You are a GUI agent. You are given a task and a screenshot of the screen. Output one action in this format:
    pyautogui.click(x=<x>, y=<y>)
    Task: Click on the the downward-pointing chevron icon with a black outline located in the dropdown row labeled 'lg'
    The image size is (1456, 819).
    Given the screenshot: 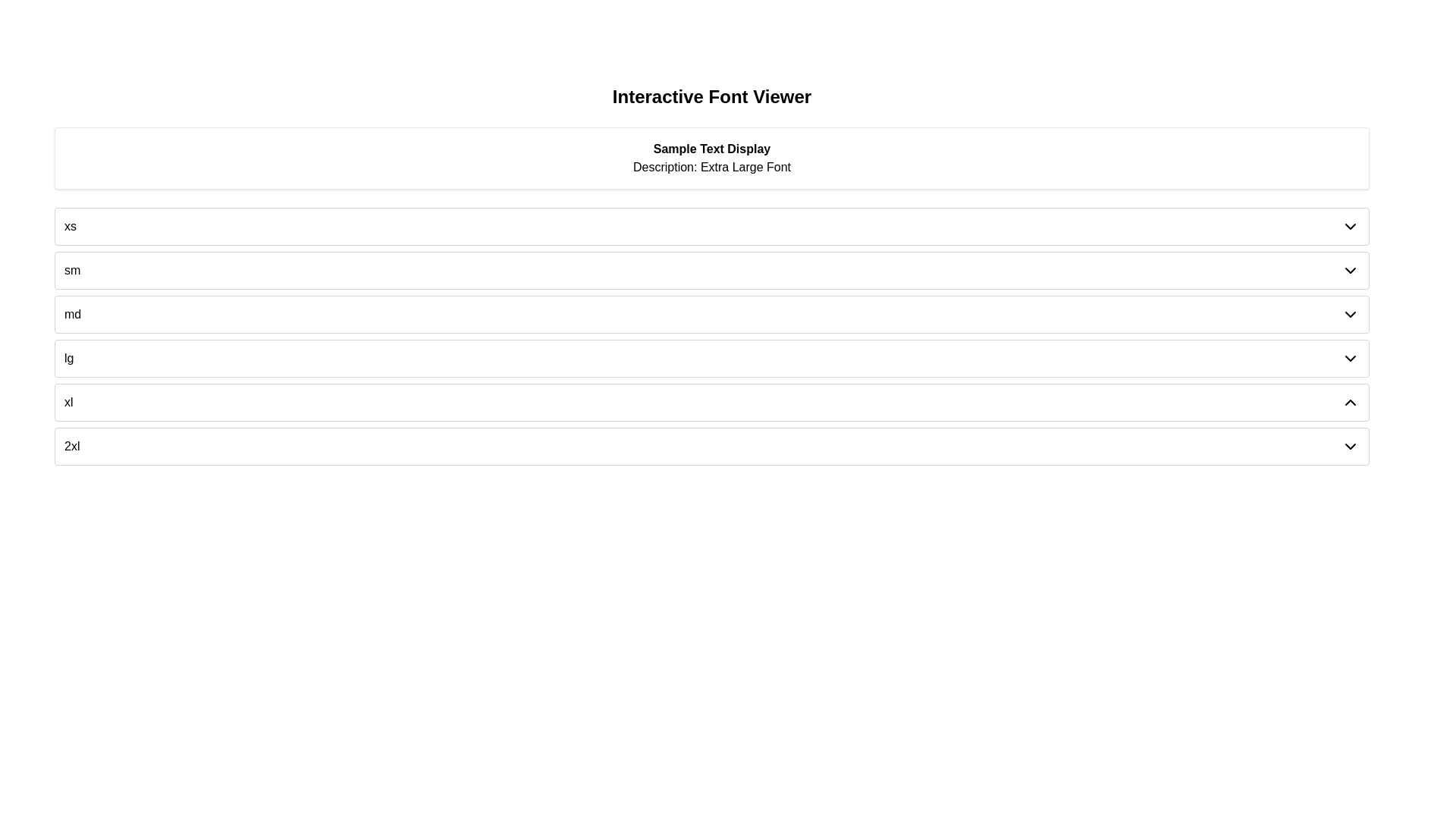 What is the action you would take?
    pyautogui.click(x=1350, y=359)
    